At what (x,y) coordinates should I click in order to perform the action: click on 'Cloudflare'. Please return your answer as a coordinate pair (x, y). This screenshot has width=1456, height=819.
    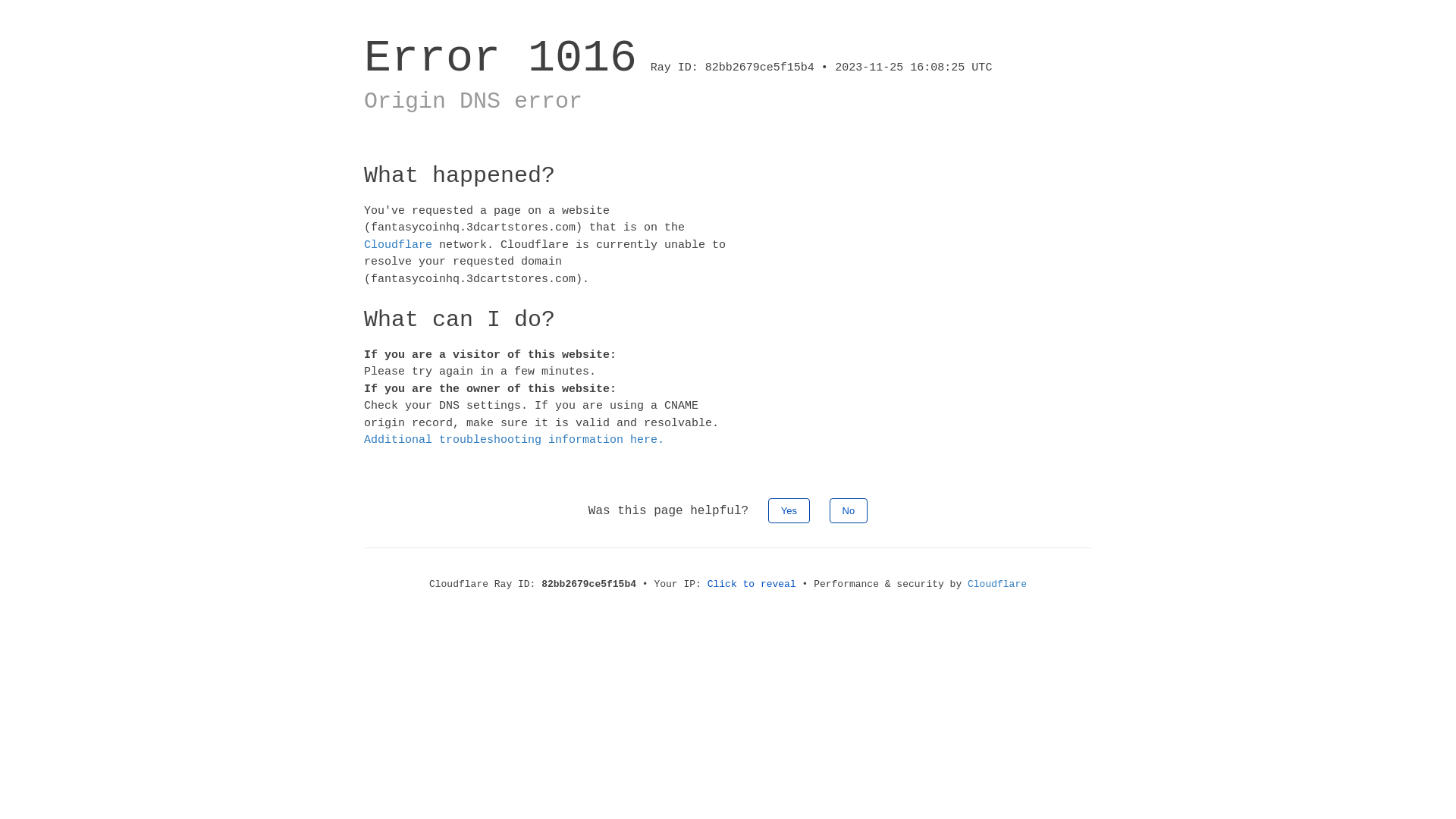
    Looking at the image, I should click on (397, 243).